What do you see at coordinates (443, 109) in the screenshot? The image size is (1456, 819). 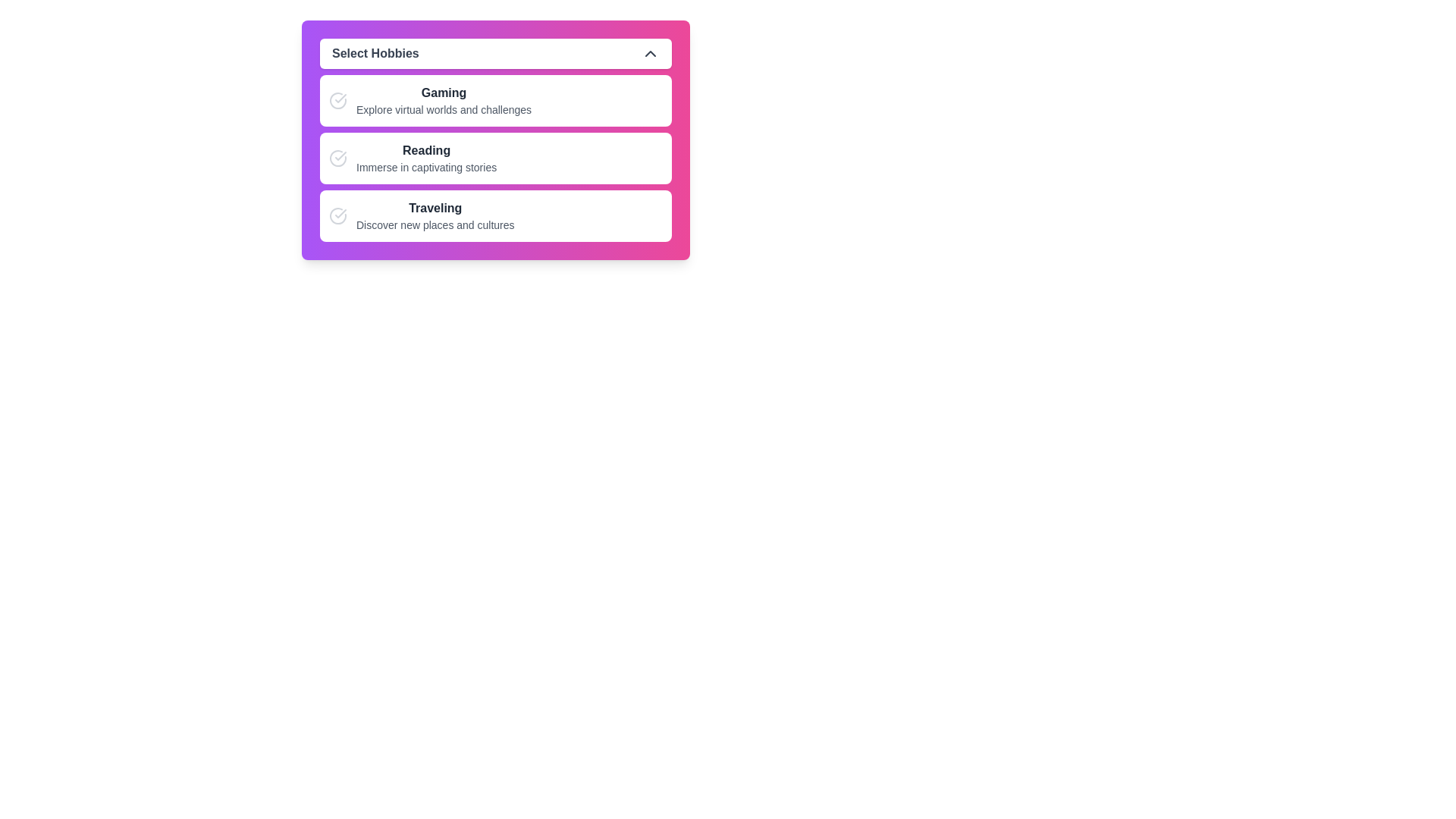 I see `description of the text label that provides additional information about the 'Gaming' option, which contains the text: 'Explore virtual worlds and challenges'` at bounding box center [443, 109].